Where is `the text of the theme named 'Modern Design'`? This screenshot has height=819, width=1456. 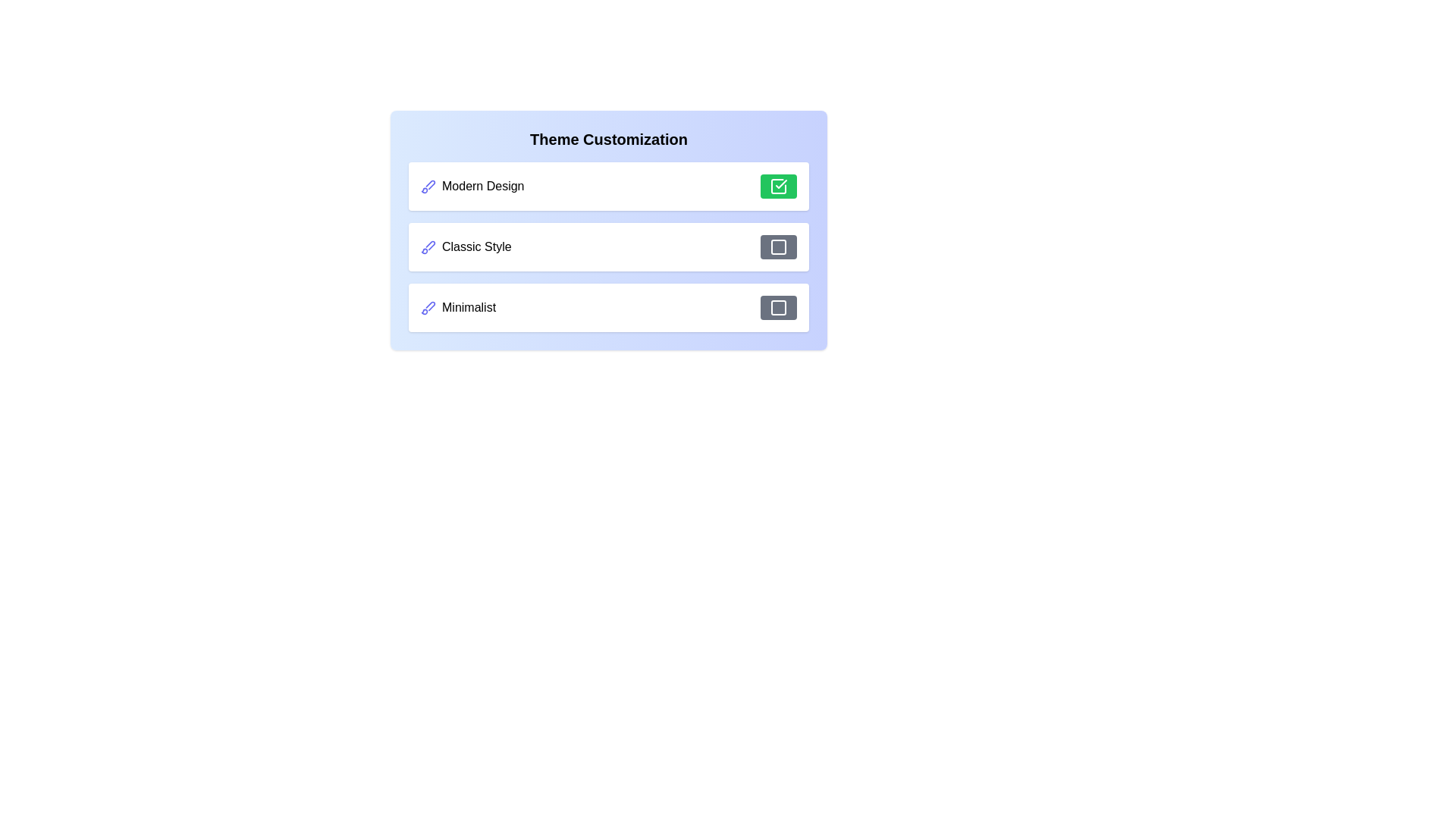 the text of the theme named 'Modern Design' is located at coordinates (472, 186).